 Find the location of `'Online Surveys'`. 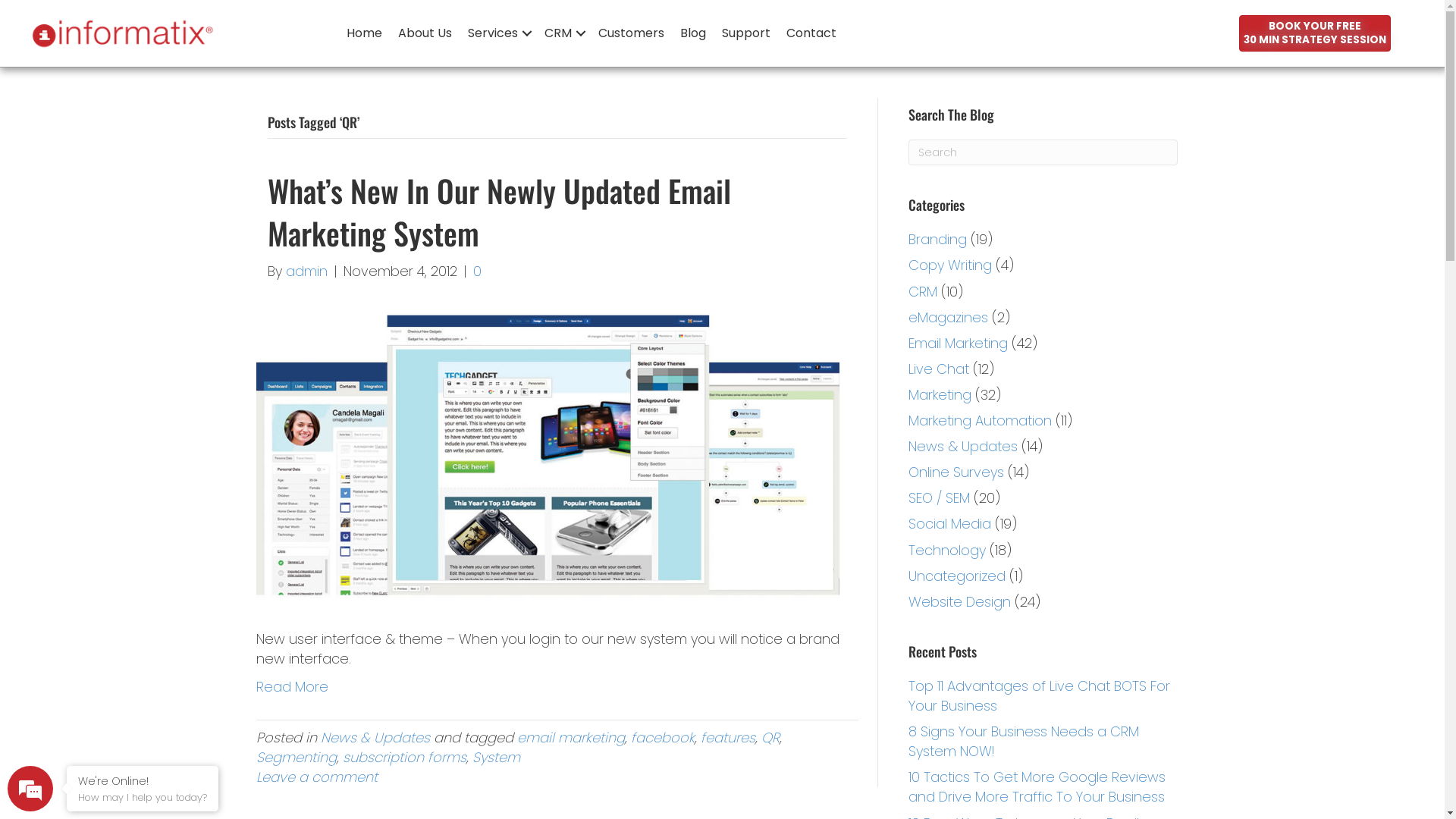

'Online Surveys' is located at coordinates (955, 471).